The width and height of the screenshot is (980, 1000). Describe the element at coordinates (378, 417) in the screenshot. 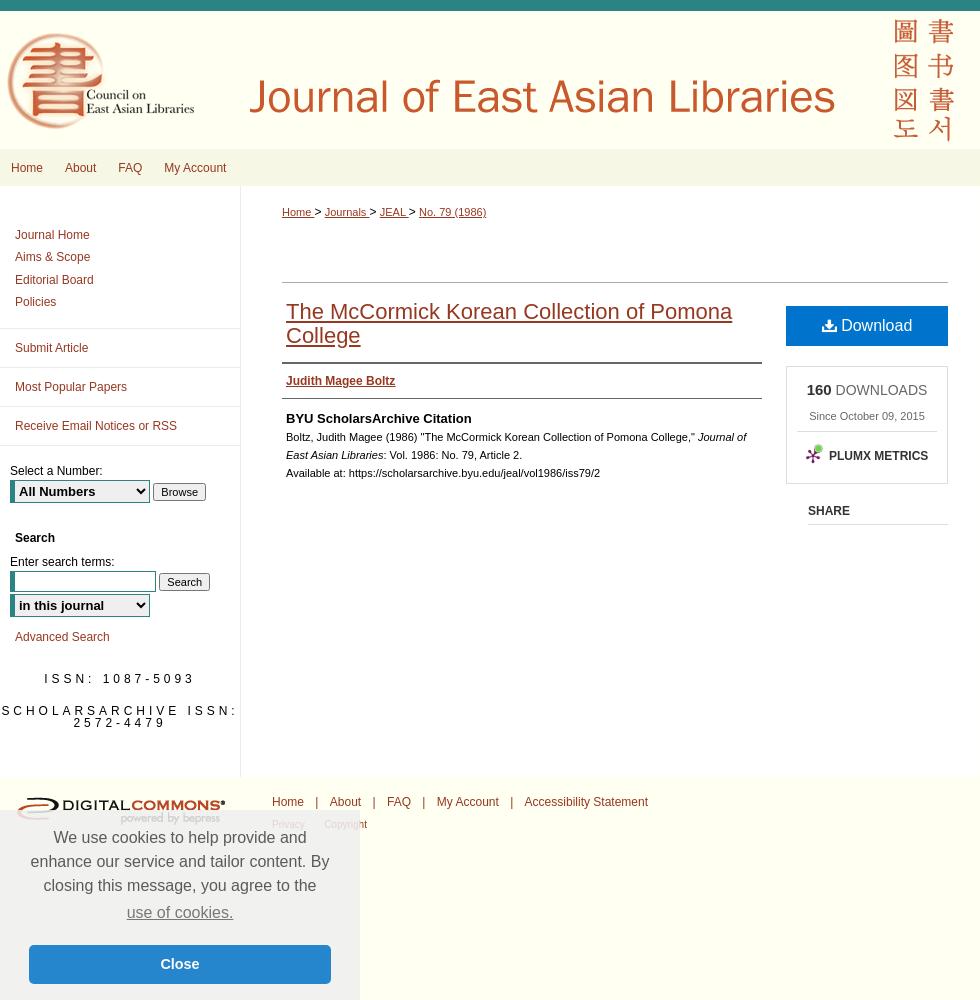

I see `'BYU ScholarsArchive Citation'` at that location.